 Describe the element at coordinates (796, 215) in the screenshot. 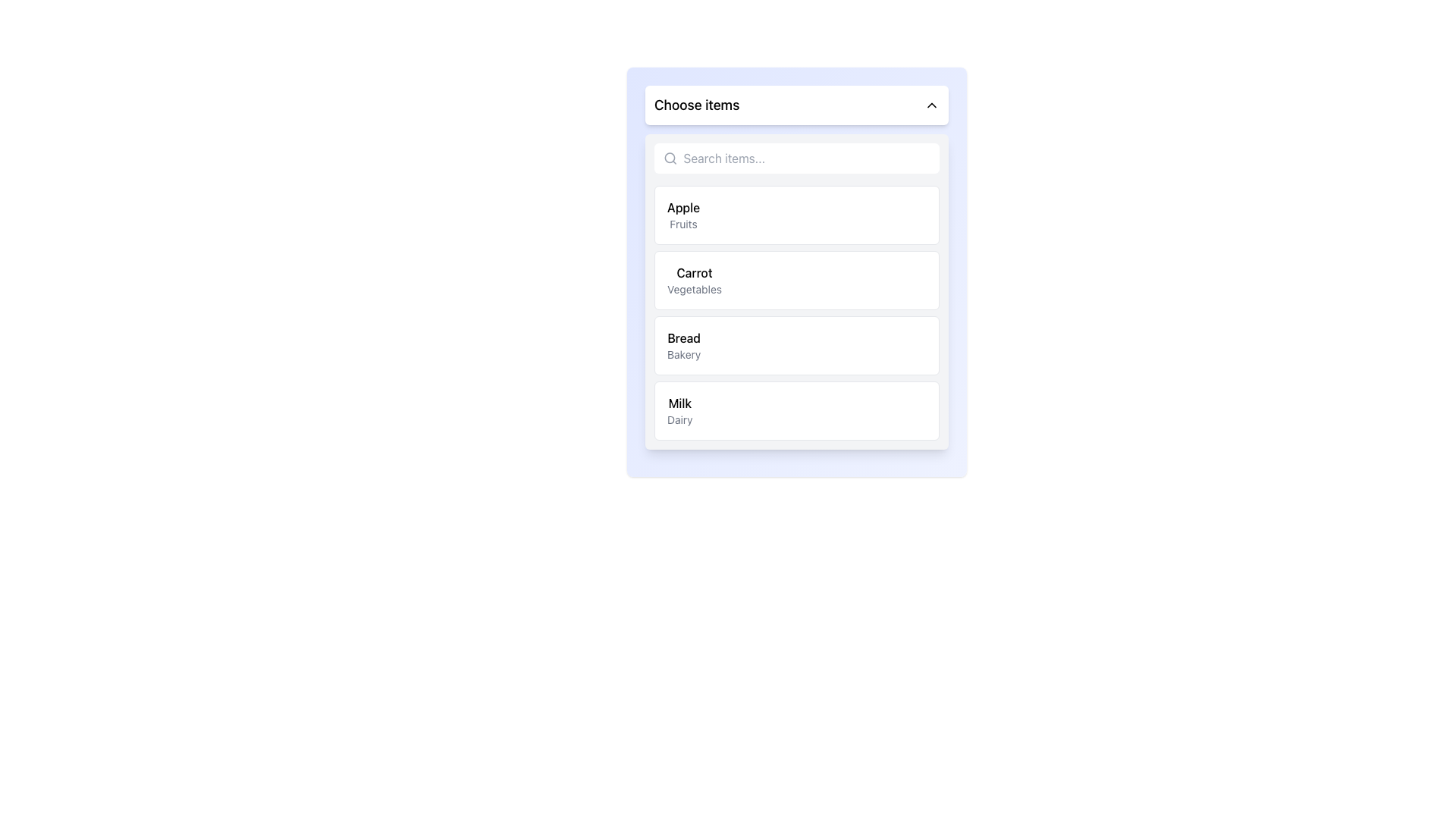

I see `the 'Apple' selectable card located at the top left of the 'Choose items' dropdown list` at that location.